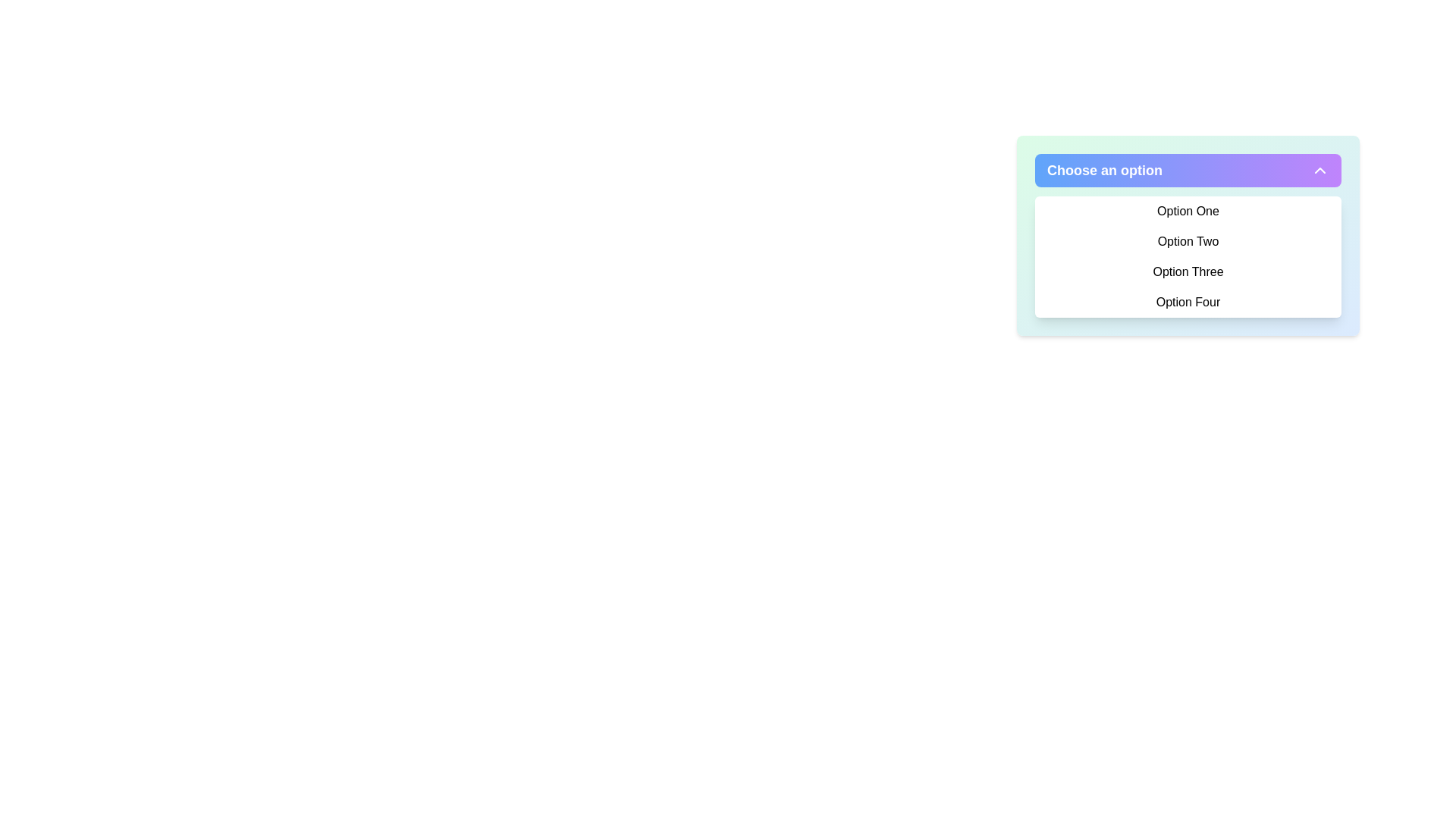  Describe the element at coordinates (1187, 302) in the screenshot. I see `the selectable list item labeled 'Option Four' at the bottom of the list` at that location.